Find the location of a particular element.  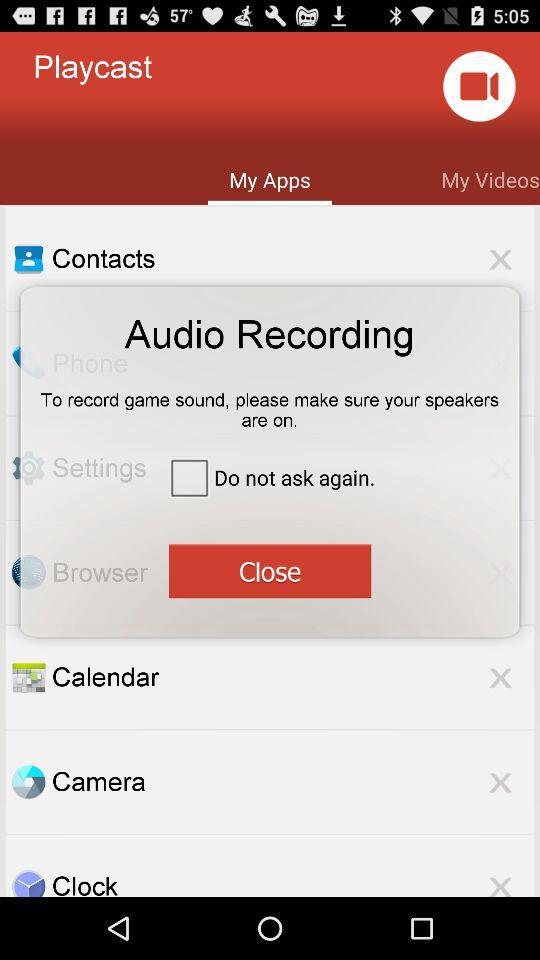

the item below the to record game icon is located at coordinates (269, 477).